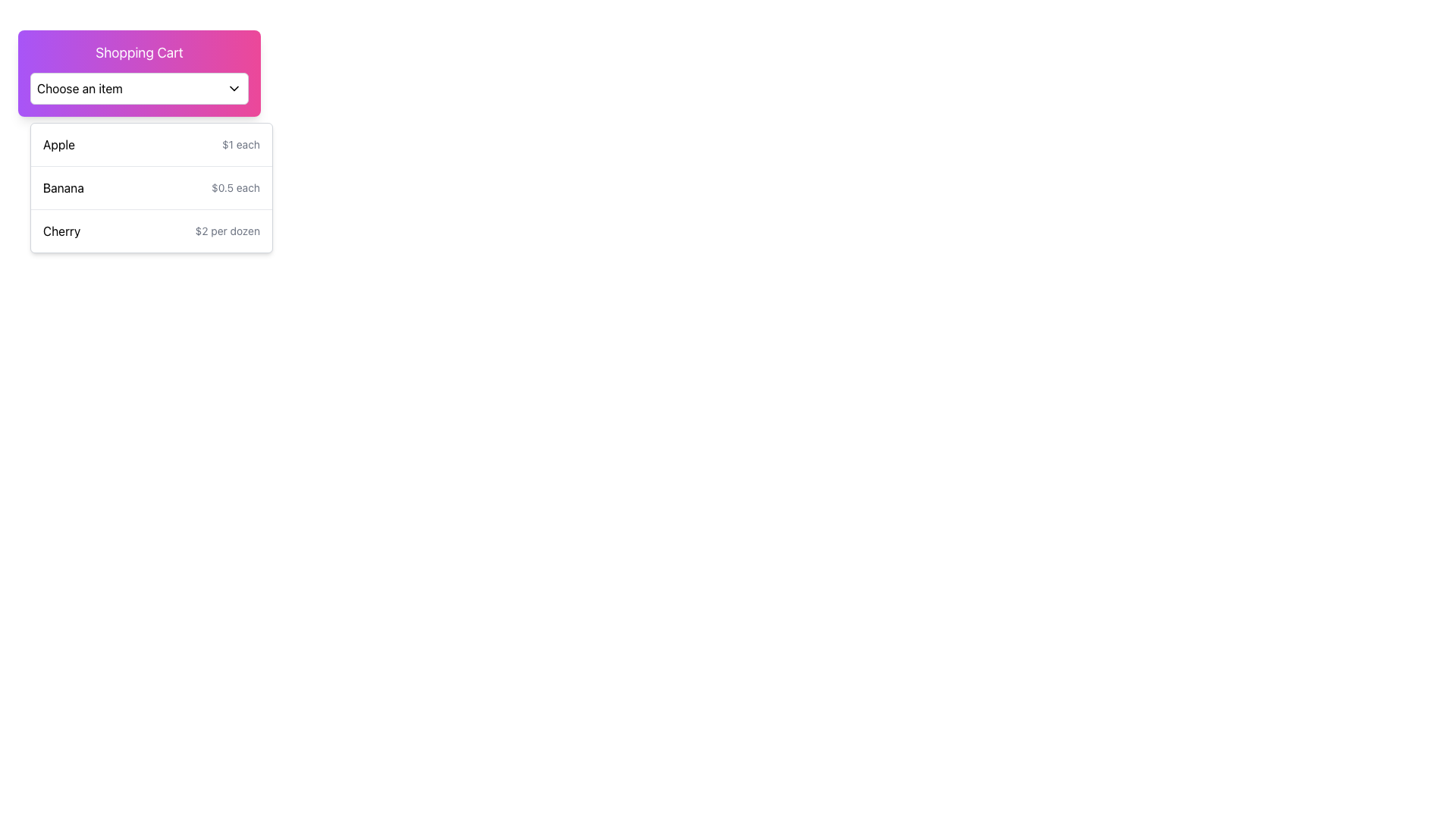 The height and width of the screenshot is (819, 1456). Describe the element at coordinates (58, 145) in the screenshot. I see `the text label displaying 'Apple', which is the first item in the dropdown menu under the 'Shopping Cart' header, positioned flush to the left and adjacent to '$1 each'` at that location.